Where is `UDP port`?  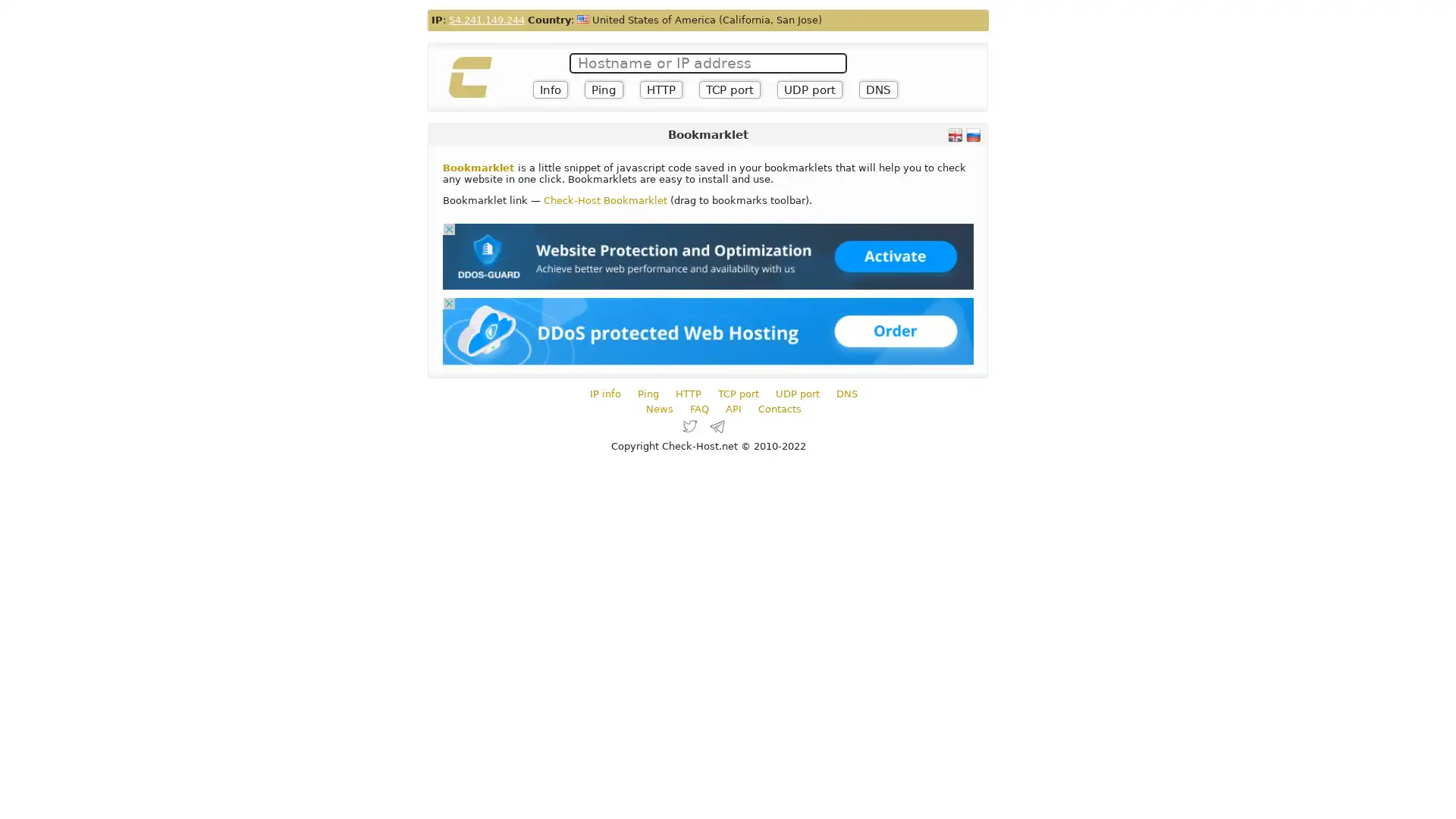 UDP port is located at coordinates (808, 89).